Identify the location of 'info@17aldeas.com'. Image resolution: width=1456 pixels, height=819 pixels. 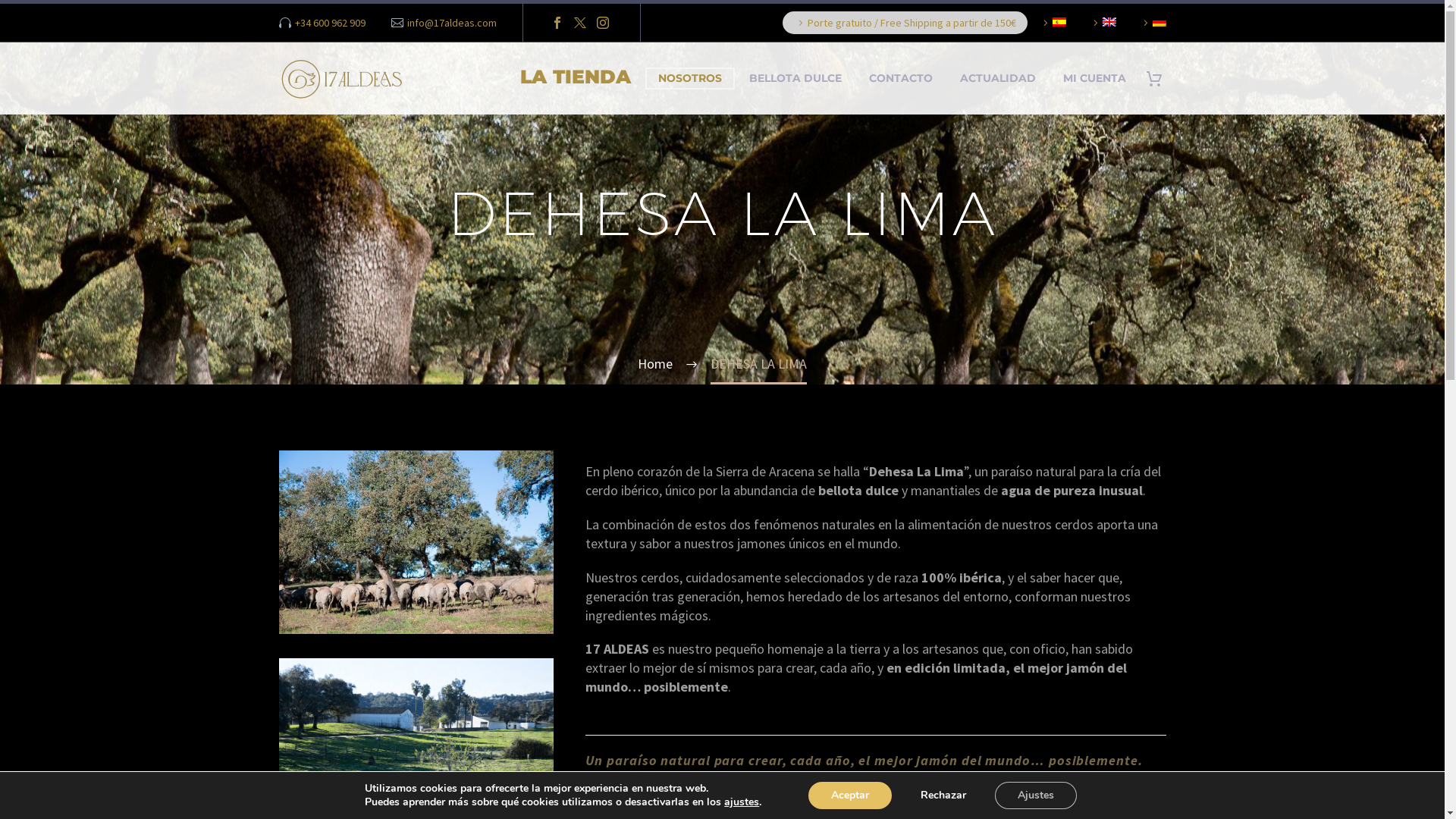
(450, 23).